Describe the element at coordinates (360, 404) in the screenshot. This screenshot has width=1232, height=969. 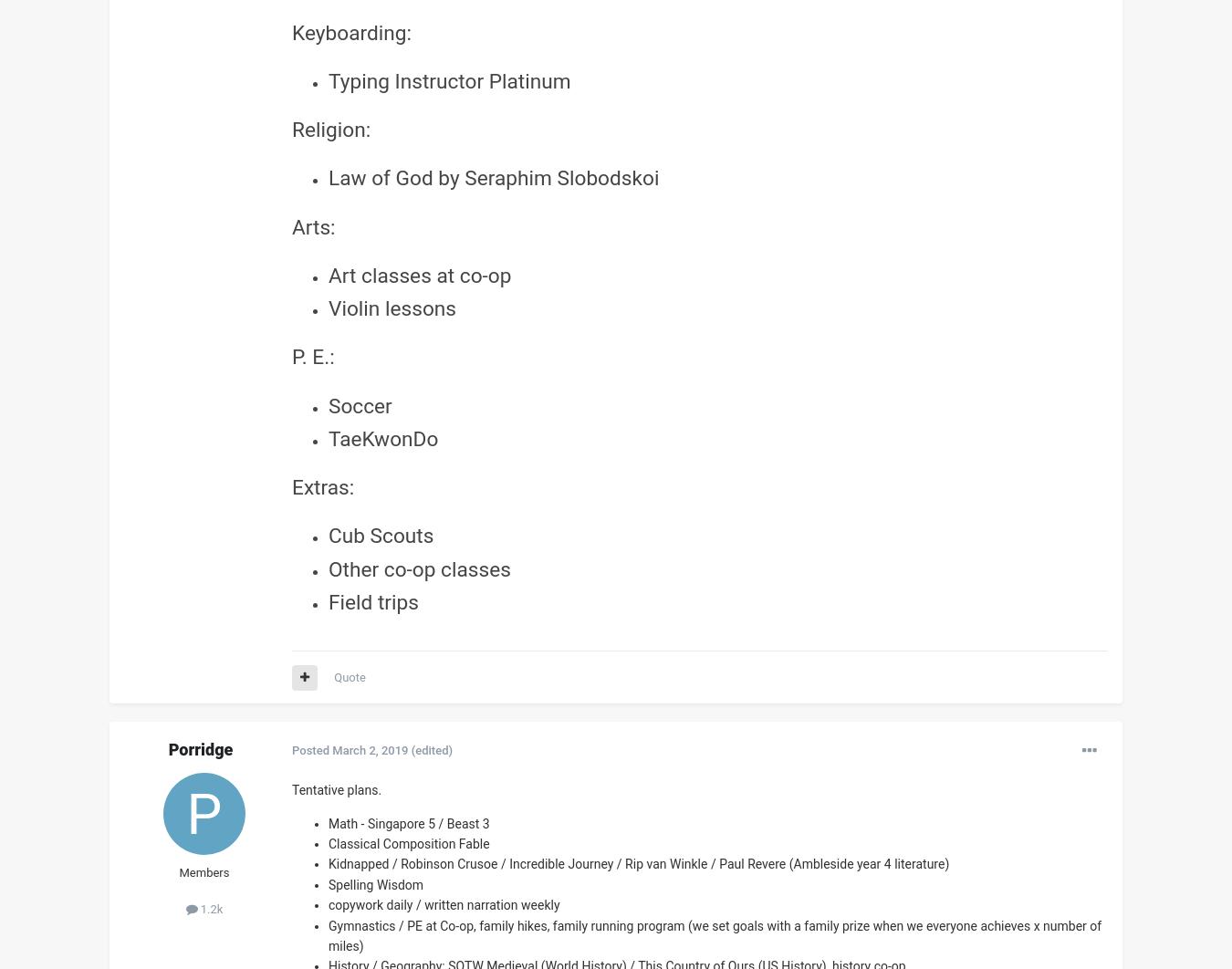
I see `'Soccer'` at that location.